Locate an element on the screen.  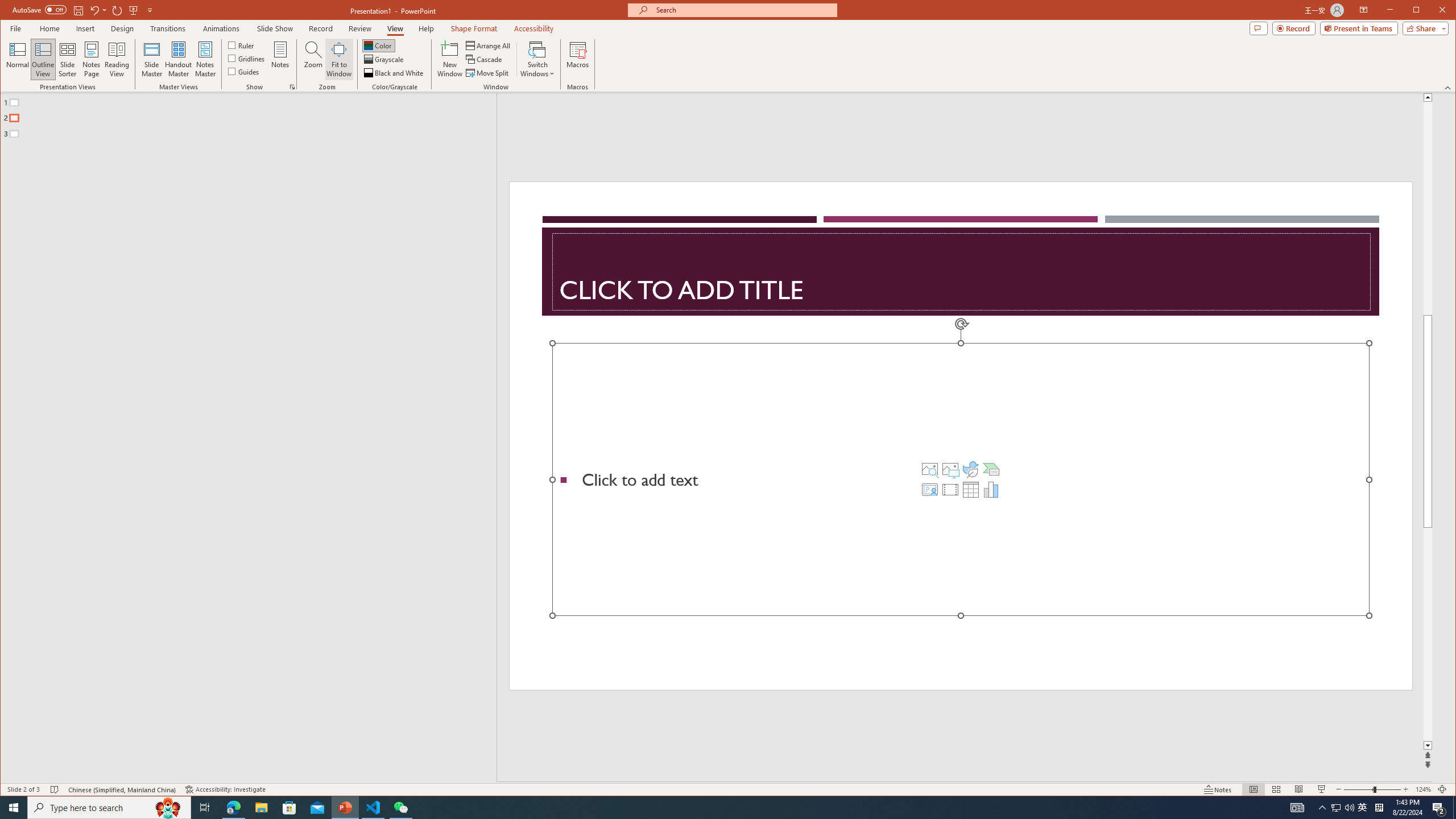
'Grid Settings...' is located at coordinates (292, 87).